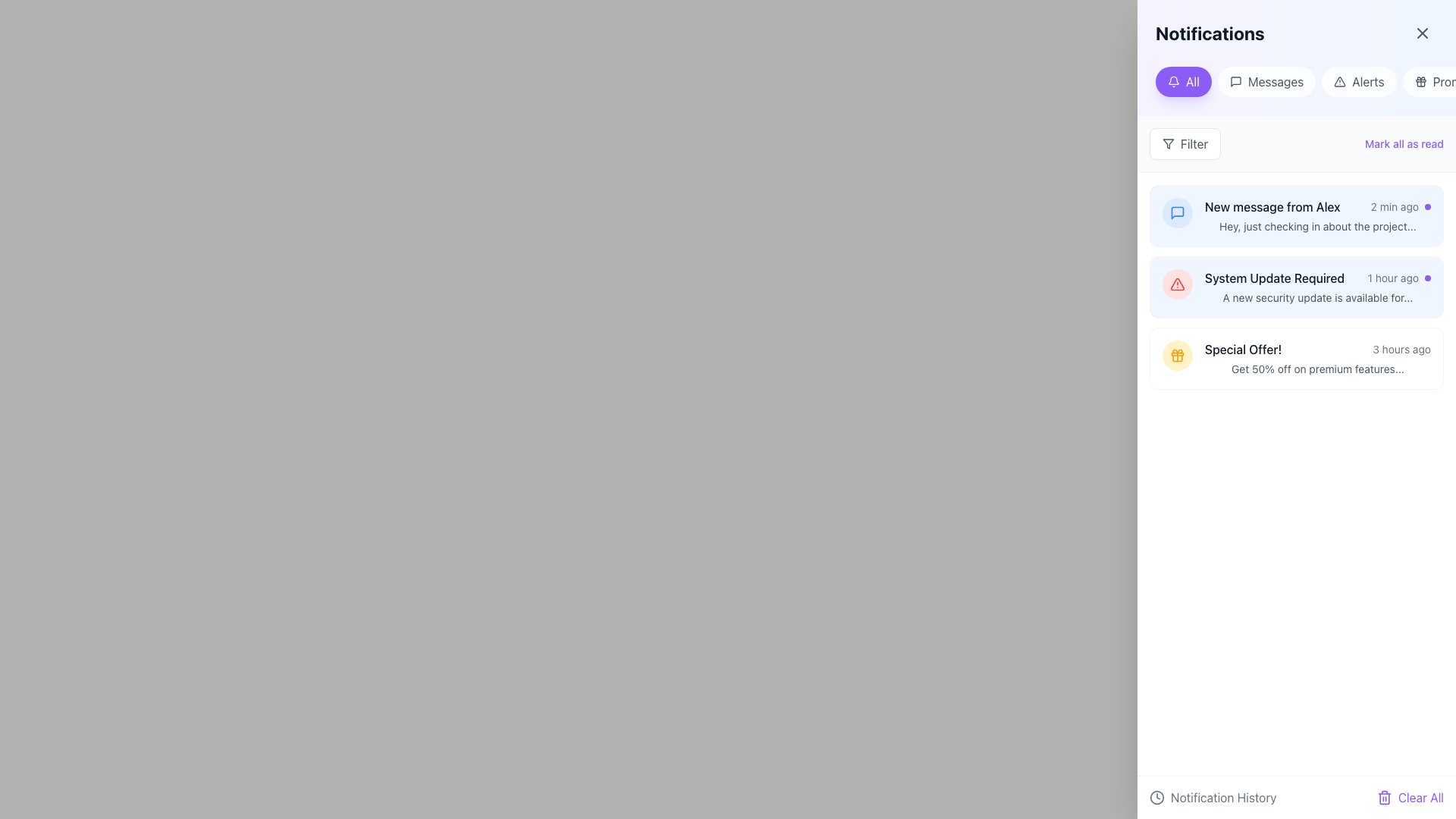 The image size is (1456, 819). I want to click on the static text label displaying 'Special Offer!' in the right-hand notification panel, which is the foremost text on the third notification entry from the top, so click(1243, 350).